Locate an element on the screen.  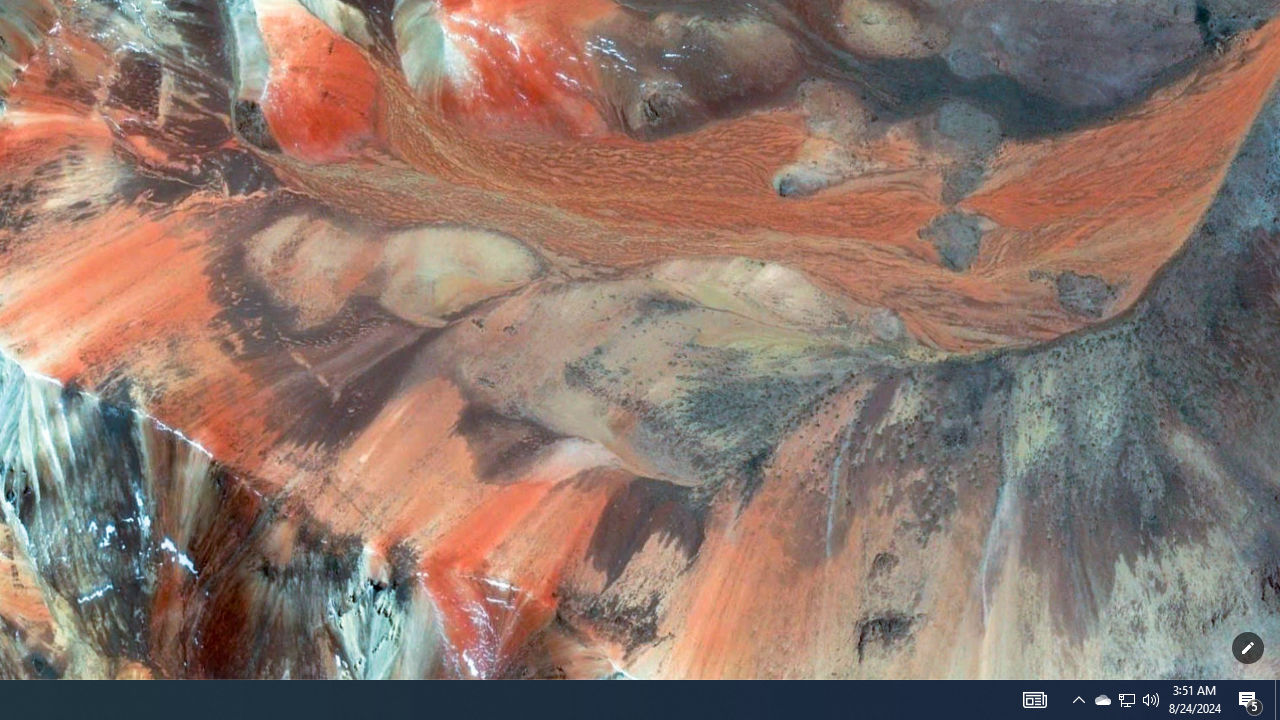
'Customize this page' is located at coordinates (1247, 648).